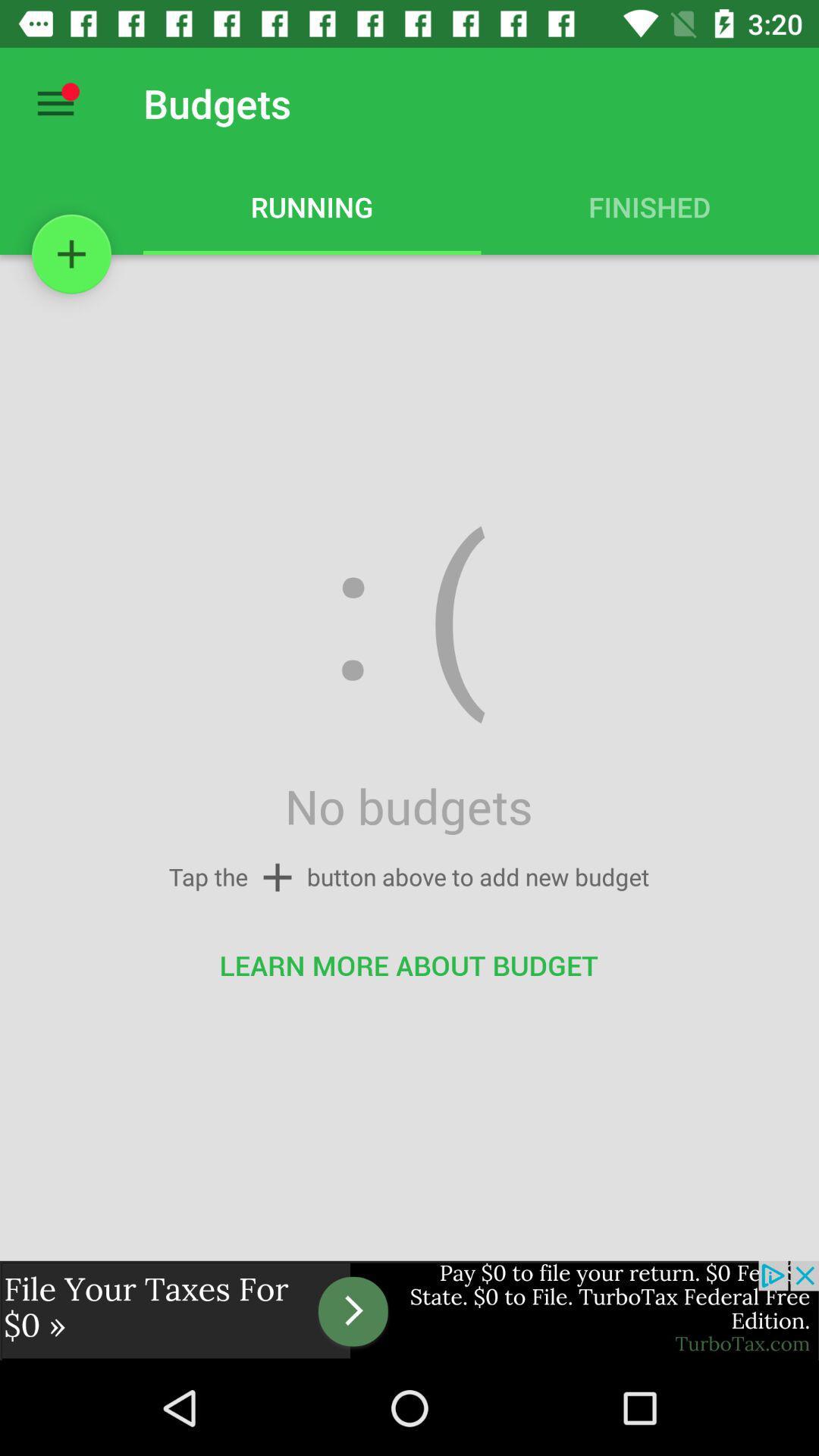 The image size is (819, 1456). What do you see at coordinates (409, 1310) in the screenshot?
I see `go forward` at bounding box center [409, 1310].